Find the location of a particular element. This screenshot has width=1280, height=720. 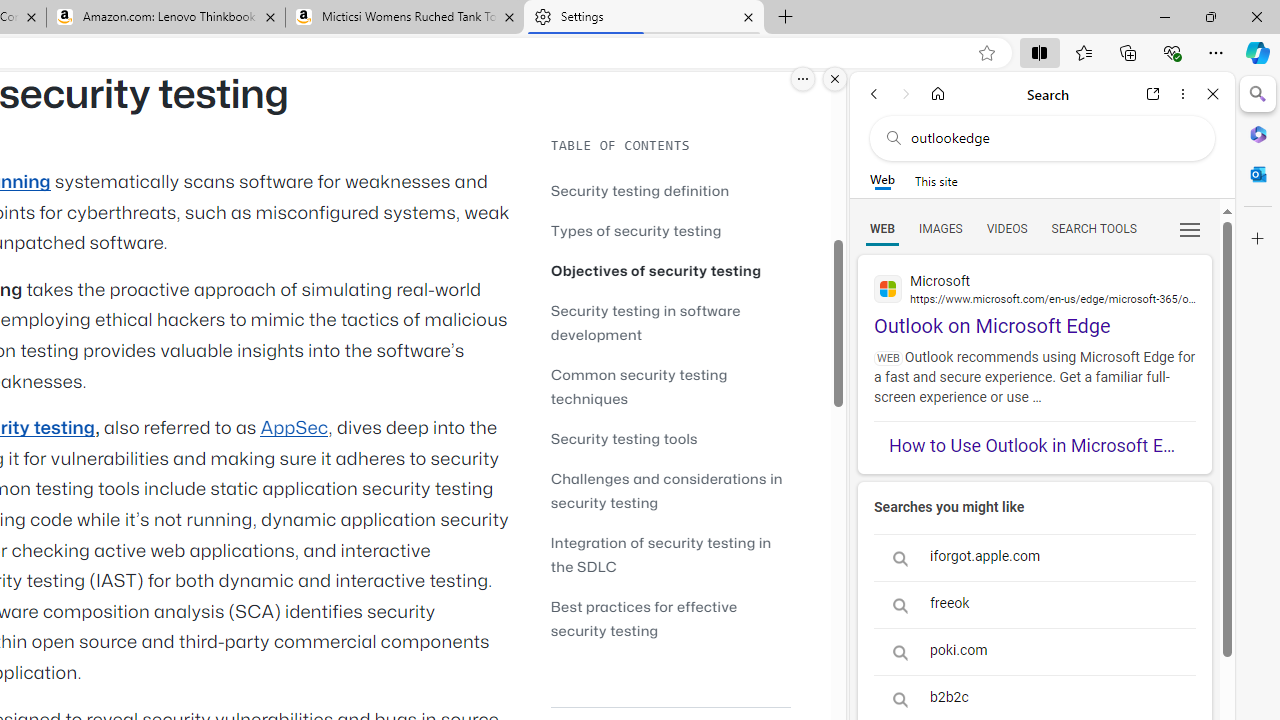

'Security testing definition' is located at coordinates (640, 190).